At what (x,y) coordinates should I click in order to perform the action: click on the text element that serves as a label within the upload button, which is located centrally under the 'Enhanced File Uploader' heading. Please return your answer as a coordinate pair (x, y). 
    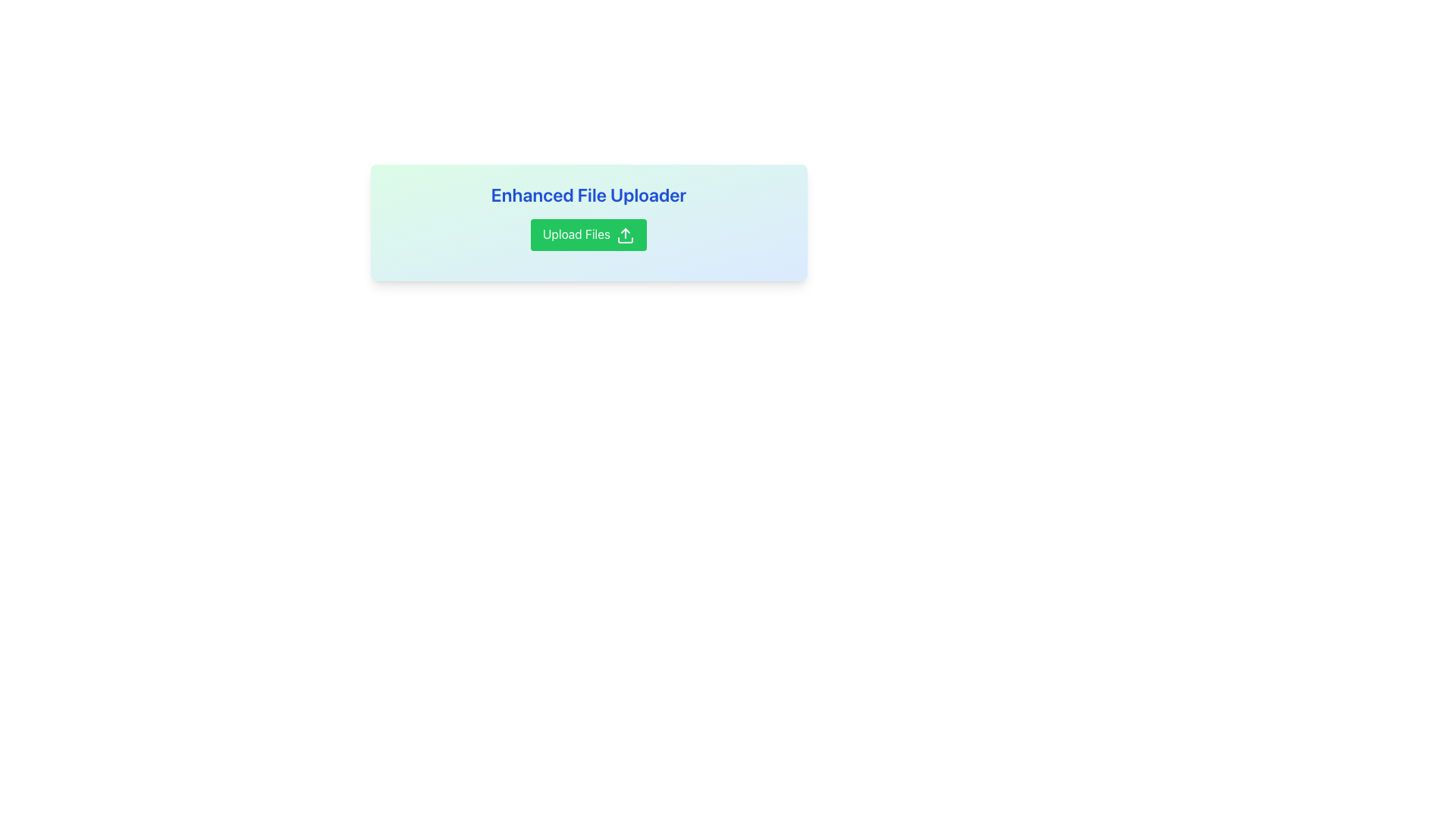
    Looking at the image, I should click on (576, 234).